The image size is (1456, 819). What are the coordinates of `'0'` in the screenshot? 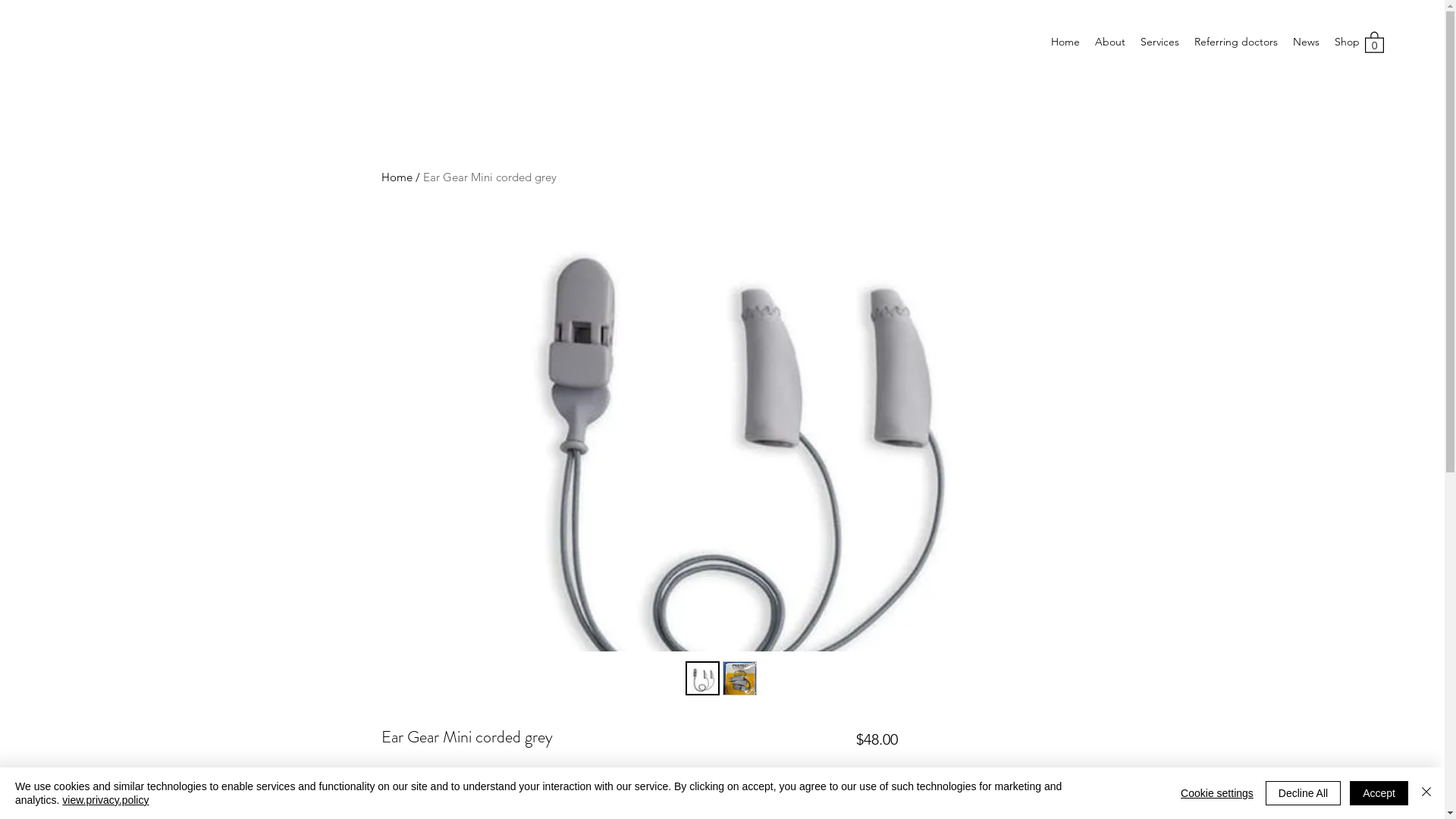 It's located at (1365, 40).